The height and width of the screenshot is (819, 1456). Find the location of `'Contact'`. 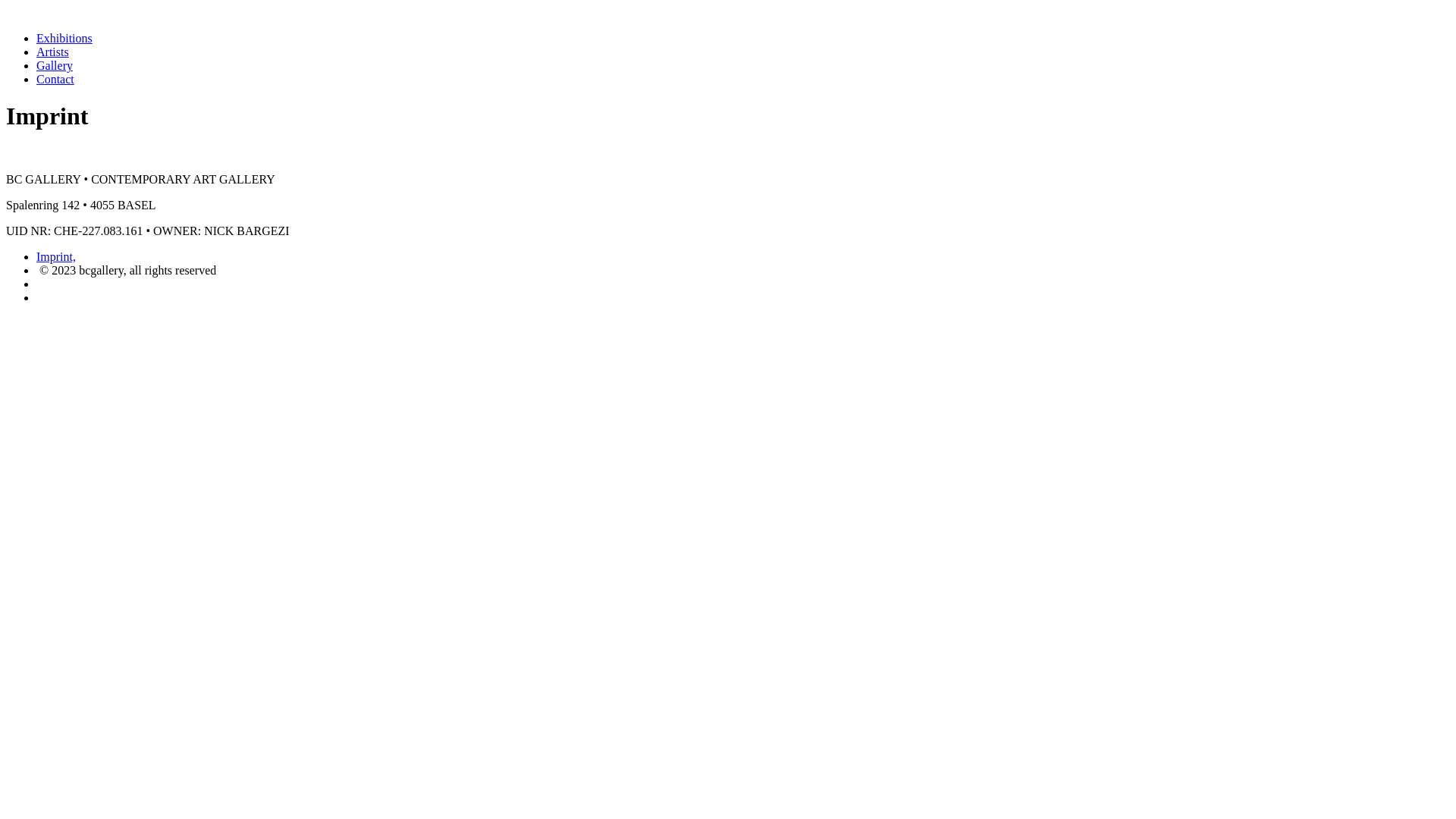

'Contact' is located at coordinates (55, 79).